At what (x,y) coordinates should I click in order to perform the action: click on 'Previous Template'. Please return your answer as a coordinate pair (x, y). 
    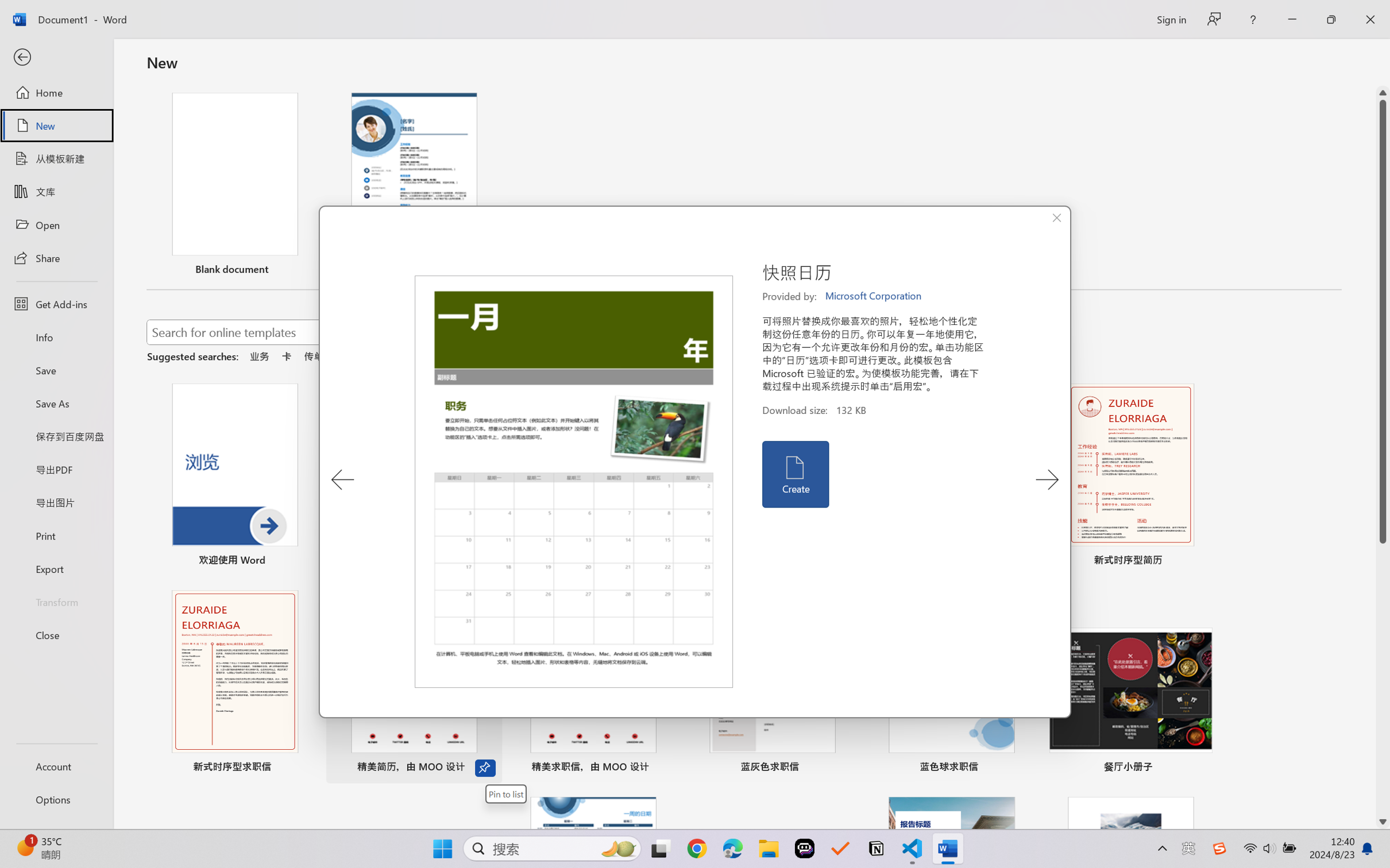
    Looking at the image, I should click on (342, 479).